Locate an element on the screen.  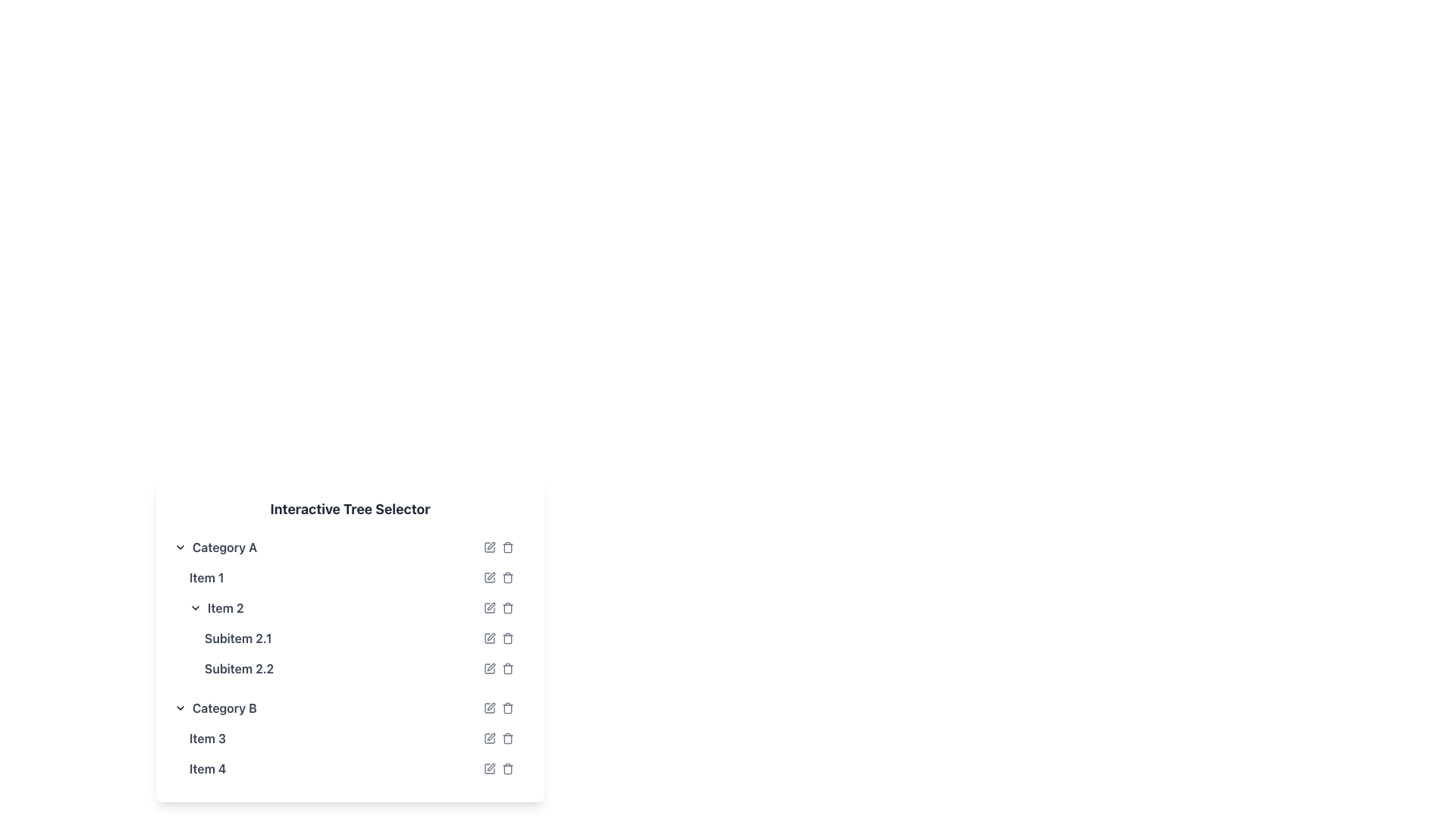
the left icon of the action control panel for 'Category A' to initiate editing is located at coordinates (498, 547).